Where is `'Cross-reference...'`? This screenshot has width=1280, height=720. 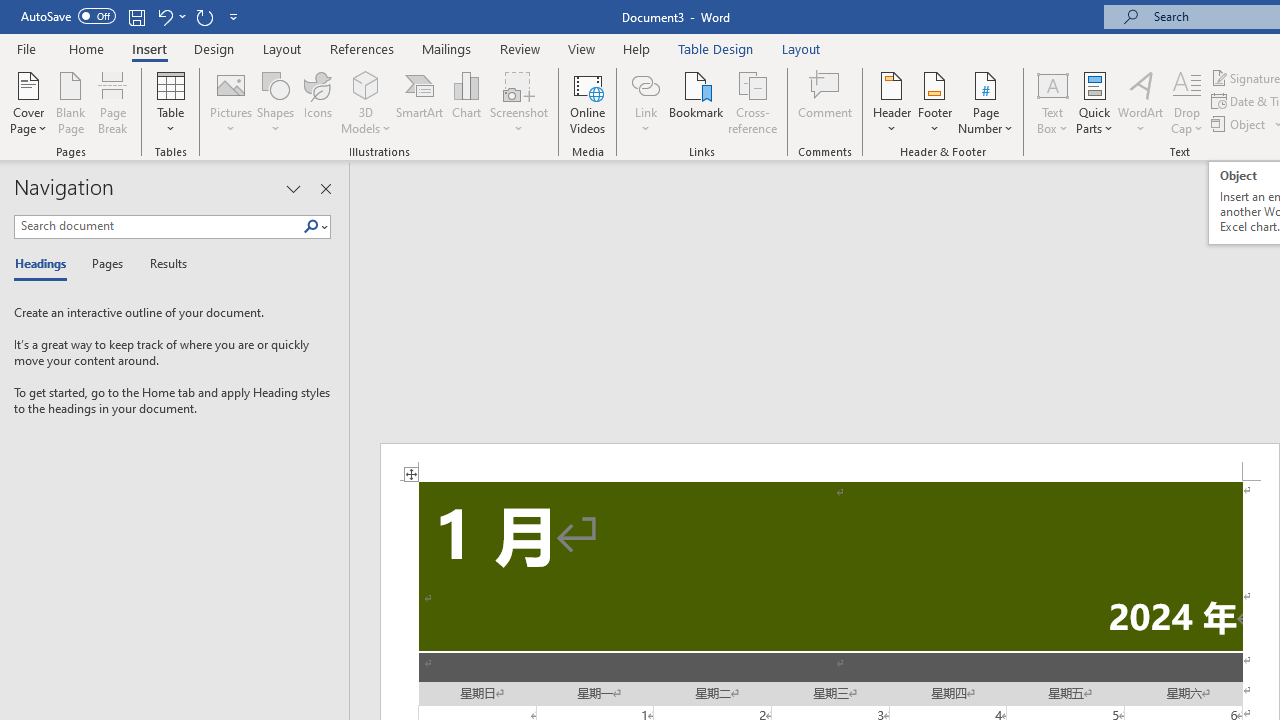 'Cross-reference...' is located at coordinates (751, 103).